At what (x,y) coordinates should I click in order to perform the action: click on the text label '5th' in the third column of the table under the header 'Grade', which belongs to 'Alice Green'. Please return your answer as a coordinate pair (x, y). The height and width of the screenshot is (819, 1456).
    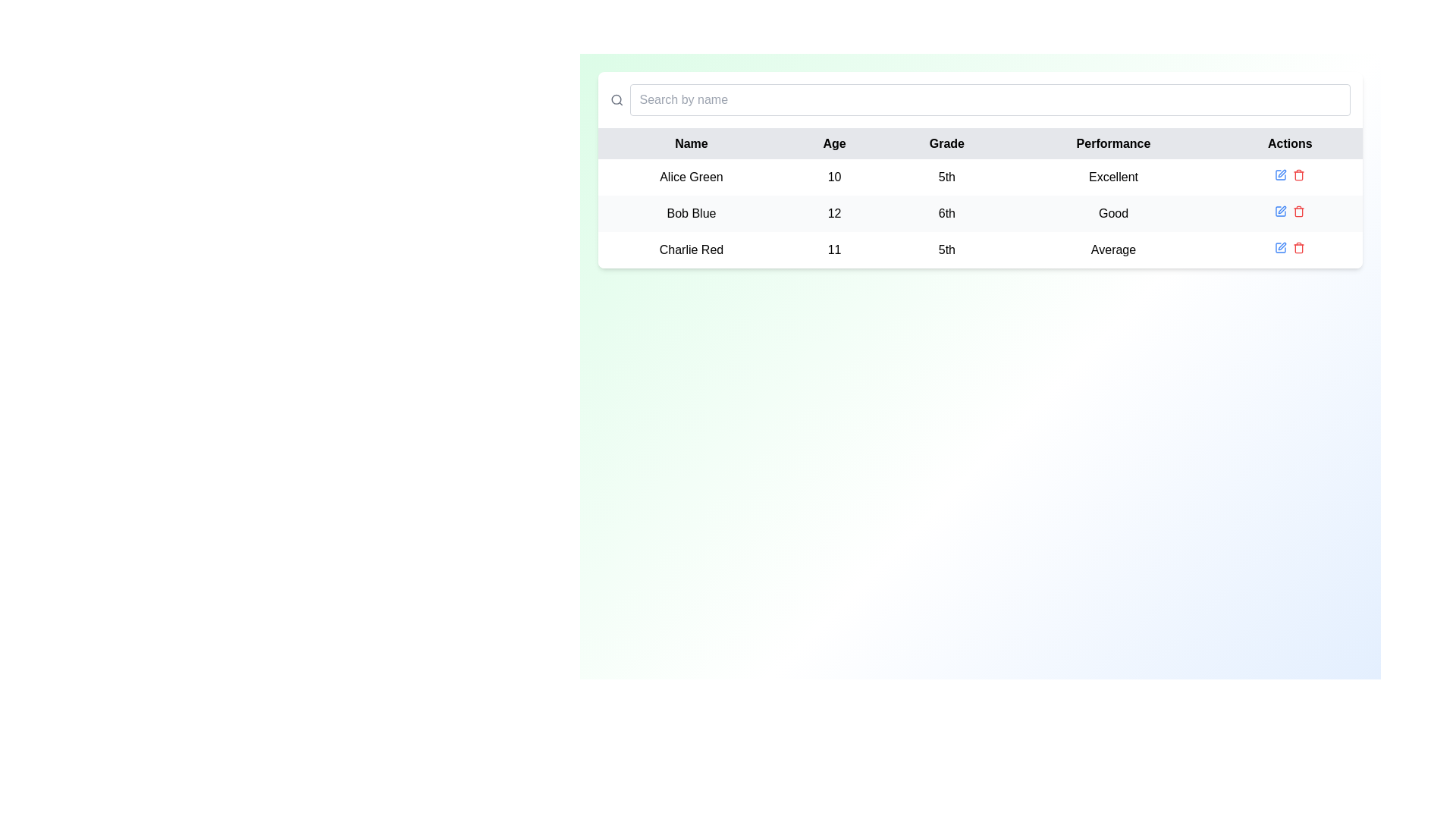
    Looking at the image, I should click on (946, 177).